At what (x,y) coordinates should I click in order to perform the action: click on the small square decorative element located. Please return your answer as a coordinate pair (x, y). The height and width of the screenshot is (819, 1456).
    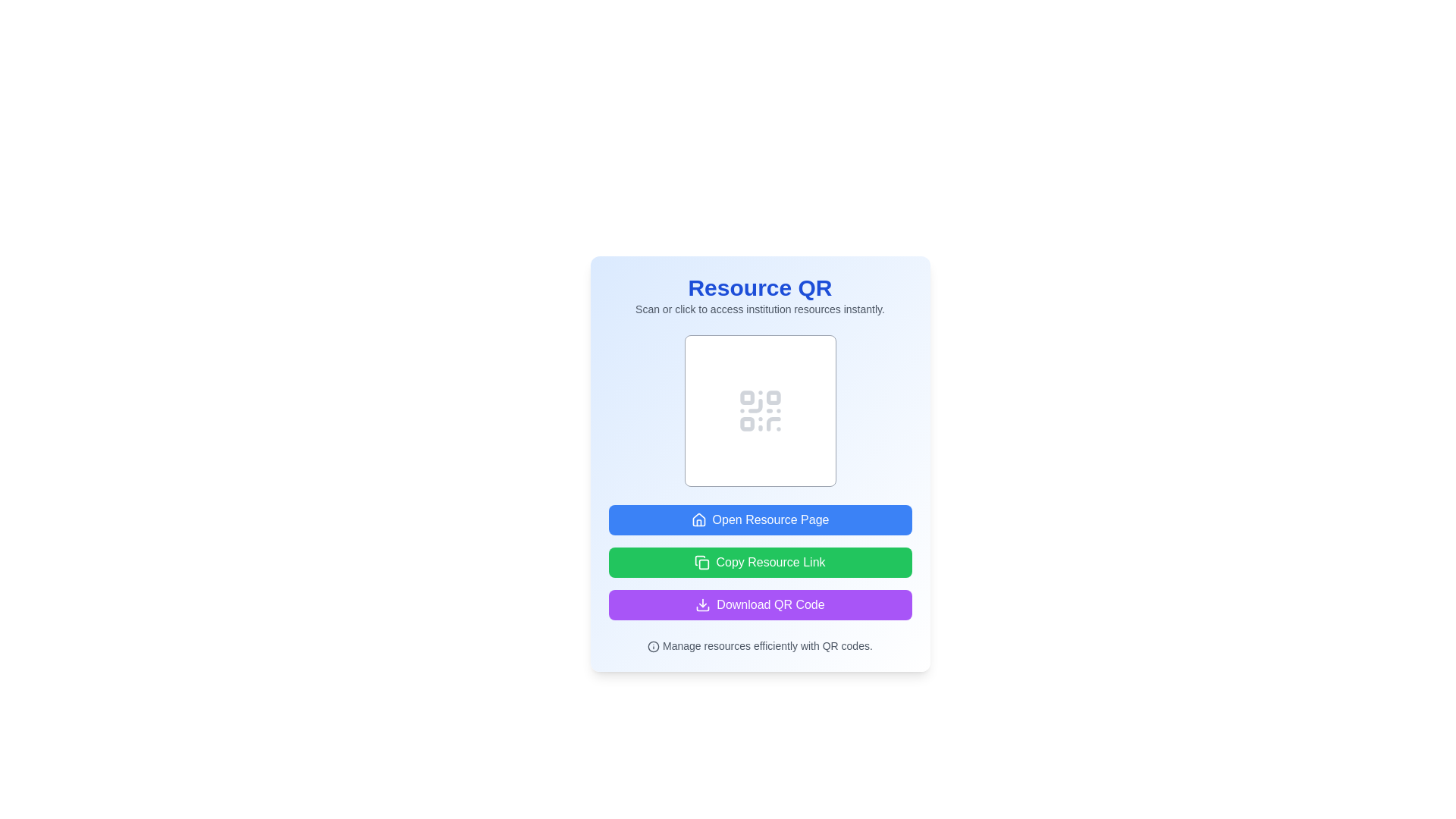
    Looking at the image, I should click on (747, 397).